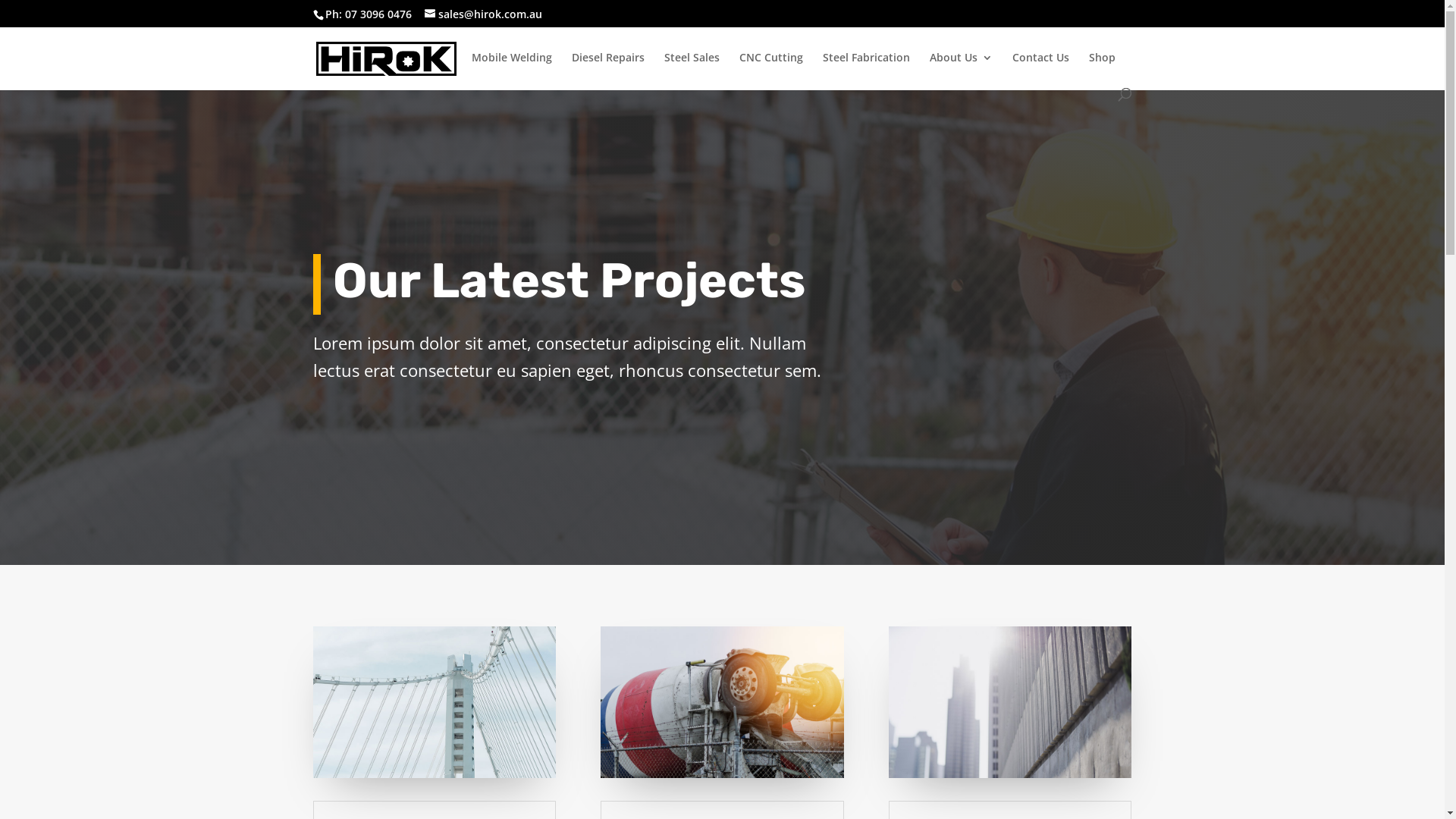 This screenshot has height=819, width=1456. Describe the element at coordinates (512, 70) in the screenshot. I see `'Mobile Welding'` at that location.